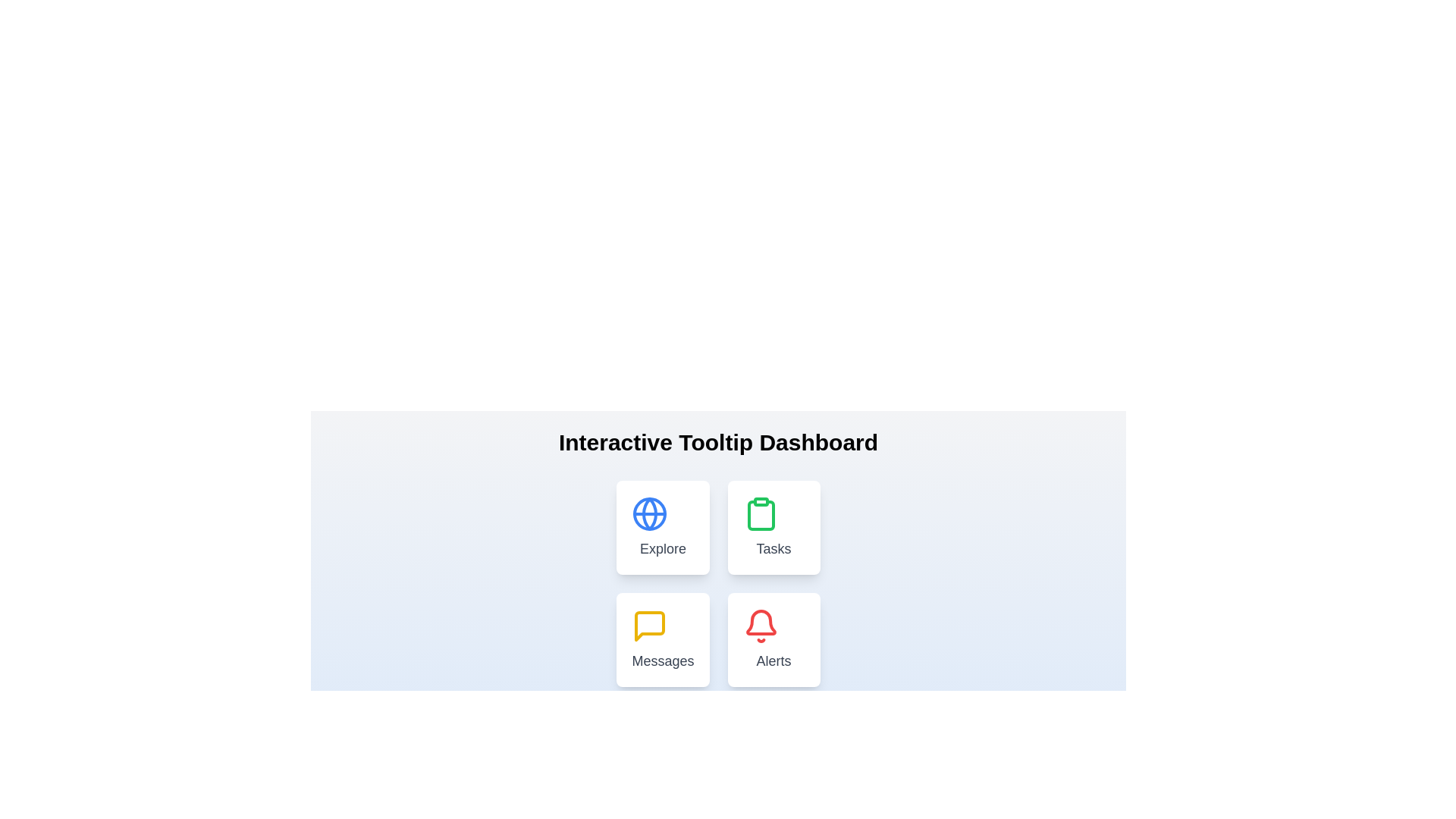 This screenshot has height=819, width=1456. Describe the element at coordinates (650, 513) in the screenshot. I see `the circular graphic element that is part of the globe icon in the top left 'Explore' card of the 2x2 grid layout on the 'Interactive Tooltip Dashboard'` at that location.